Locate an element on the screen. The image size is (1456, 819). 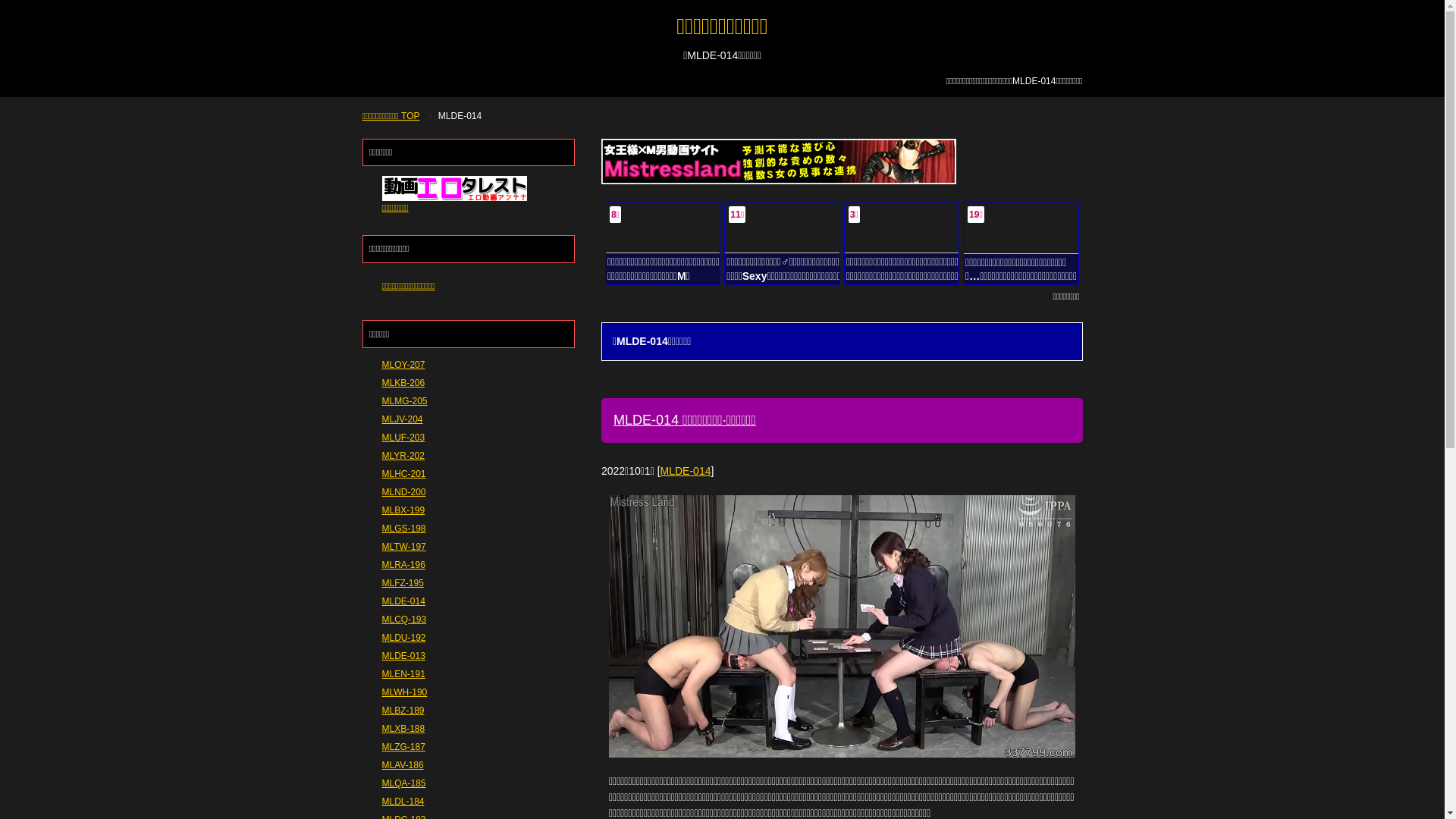
'MLUF-203' is located at coordinates (382, 438).